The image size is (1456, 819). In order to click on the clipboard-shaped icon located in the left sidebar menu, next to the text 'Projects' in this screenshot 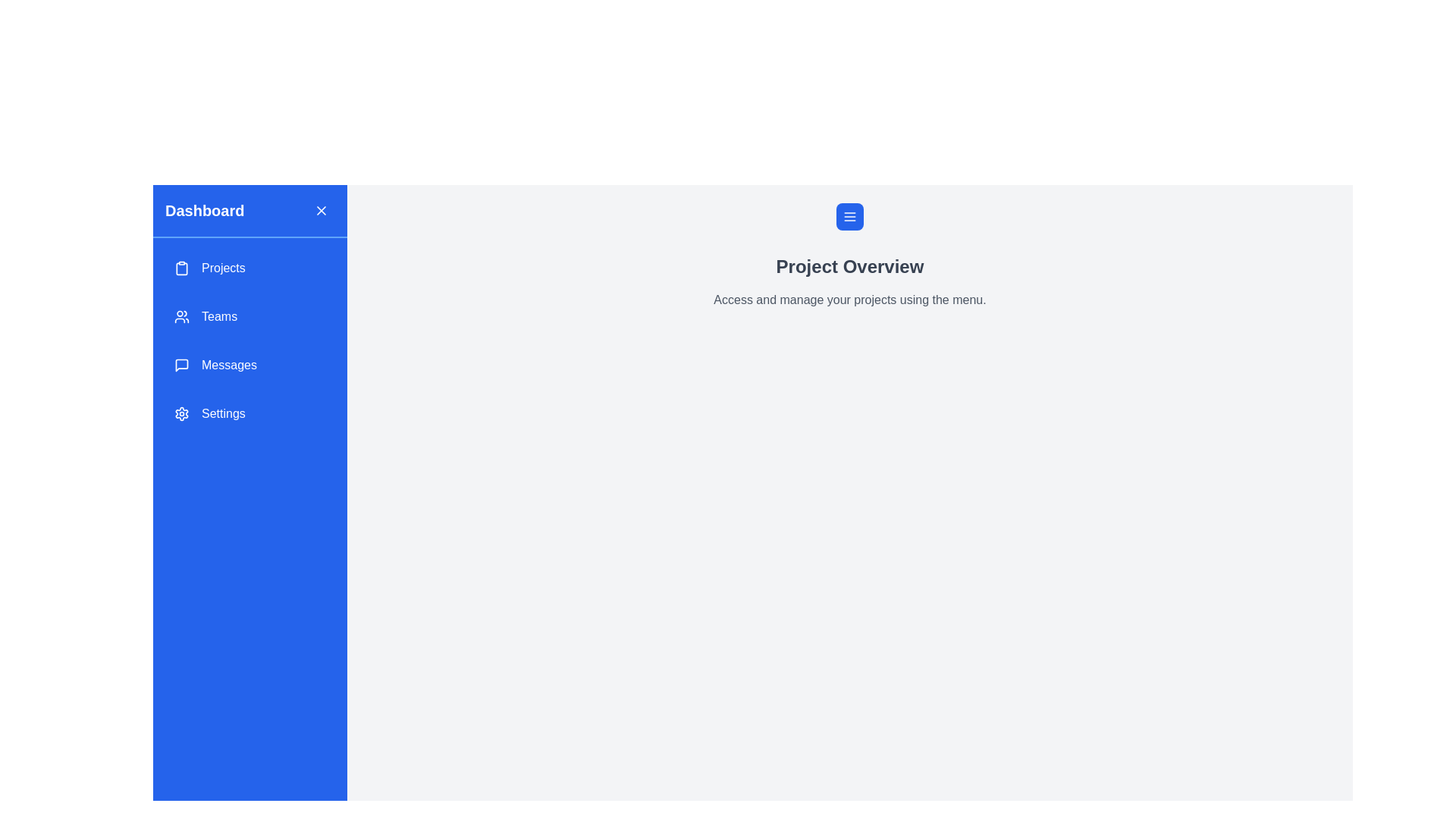, I will do `click(182, 268)`.